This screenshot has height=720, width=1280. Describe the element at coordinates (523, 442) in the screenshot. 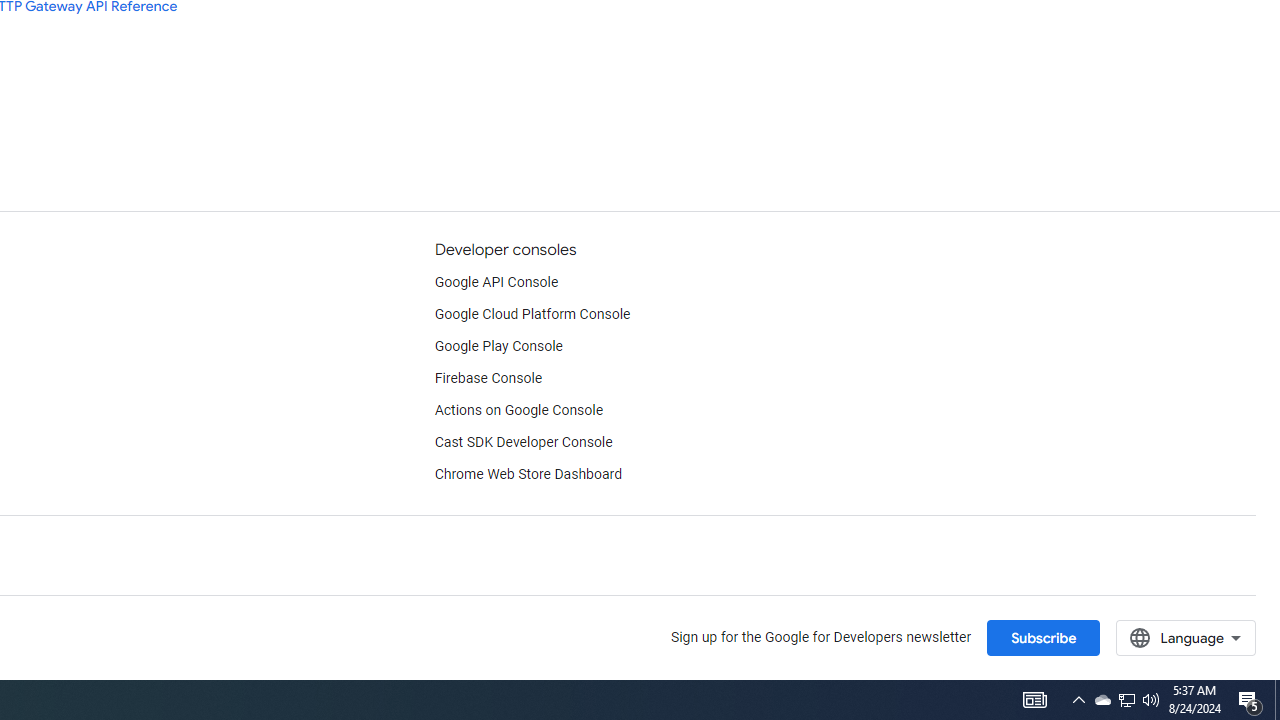

I see `'Cast SDK Developer Console'` at that location.